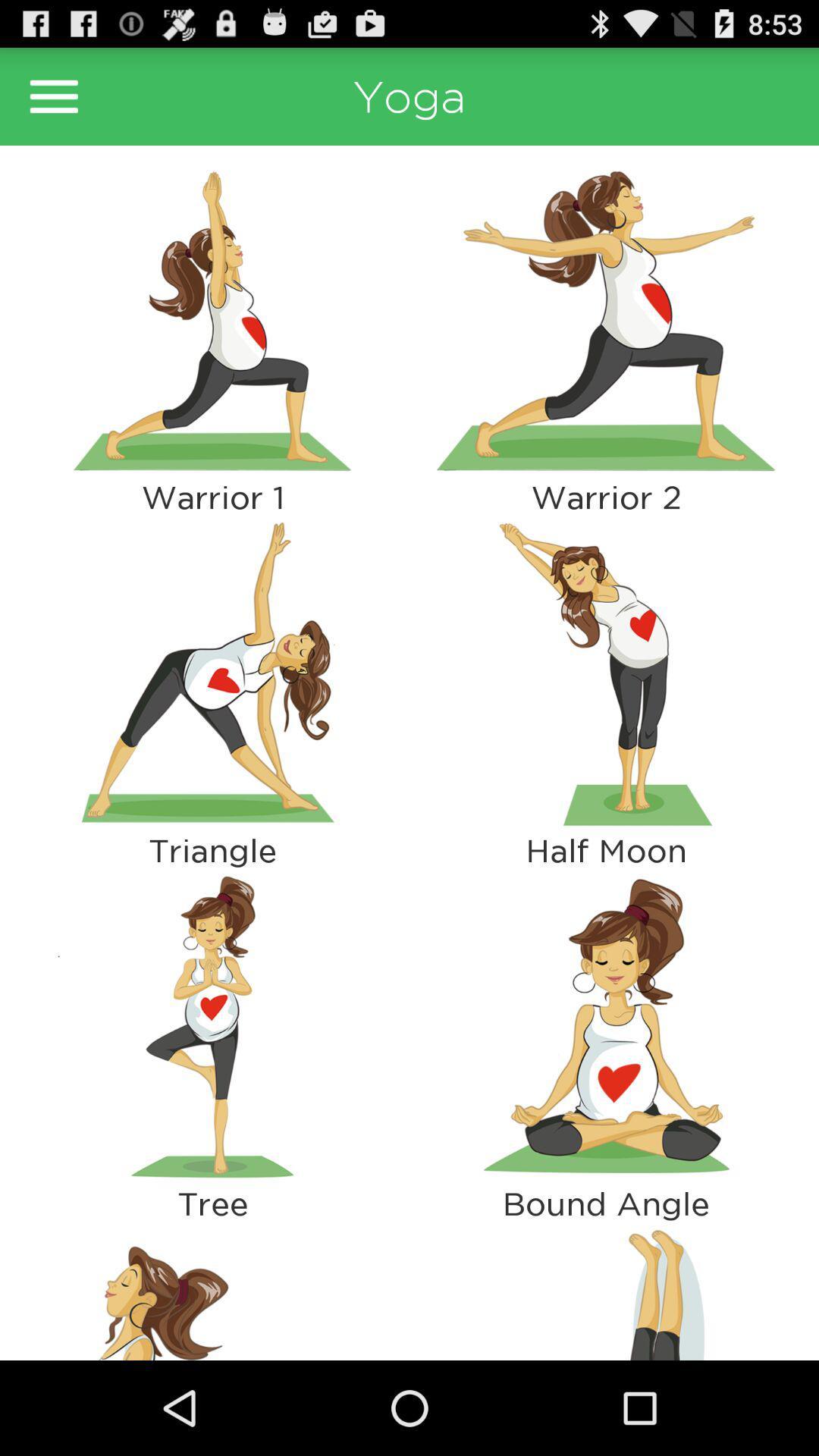  Describe the element at coordinates (212, 673) in the screenshot. I see `start instructions` at that location.